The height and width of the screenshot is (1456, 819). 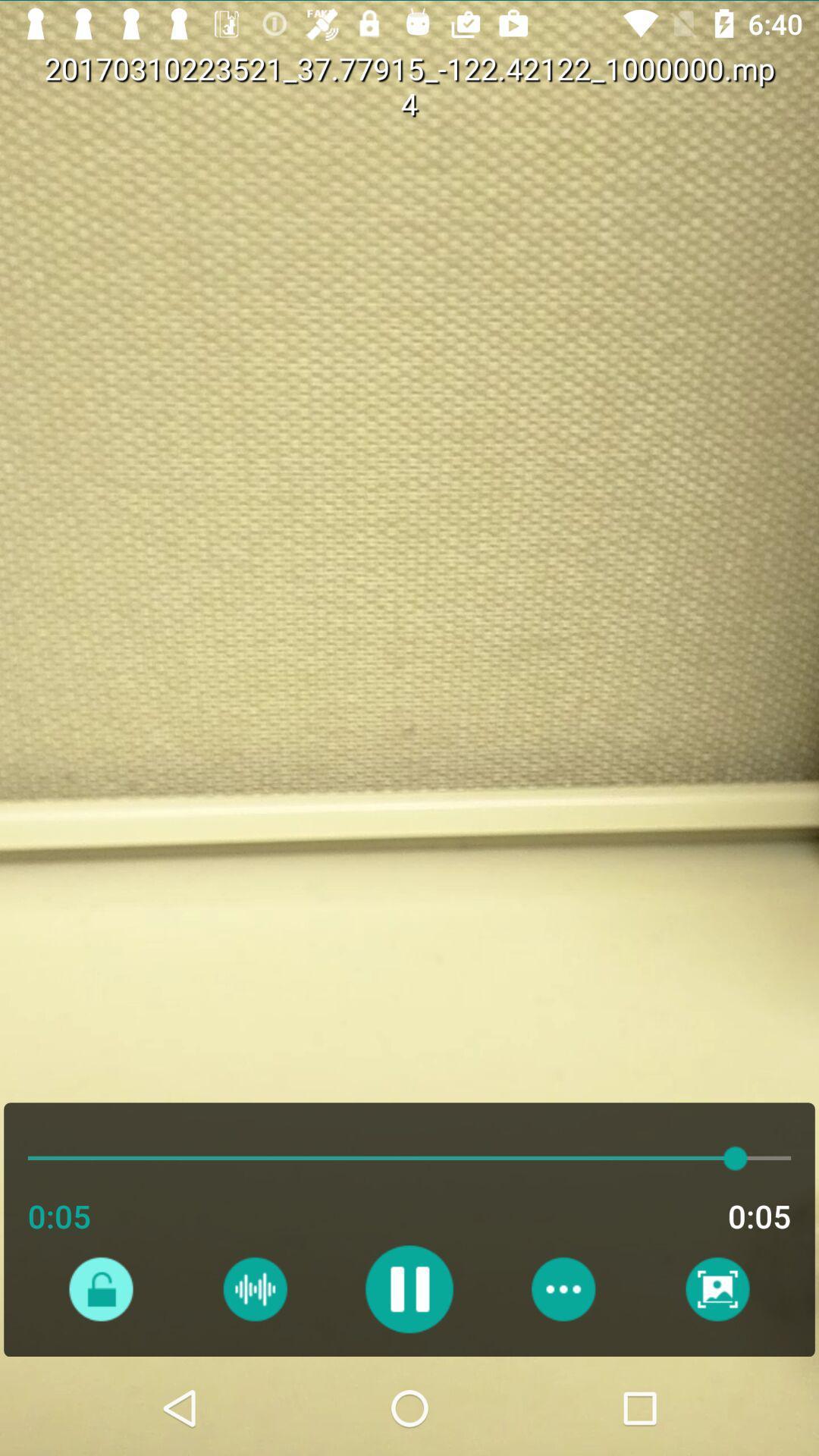 What do you see at coordinates (595, 103) in the screenshot?
I see `the text below the notification bar` at bounding box center [595, 103].